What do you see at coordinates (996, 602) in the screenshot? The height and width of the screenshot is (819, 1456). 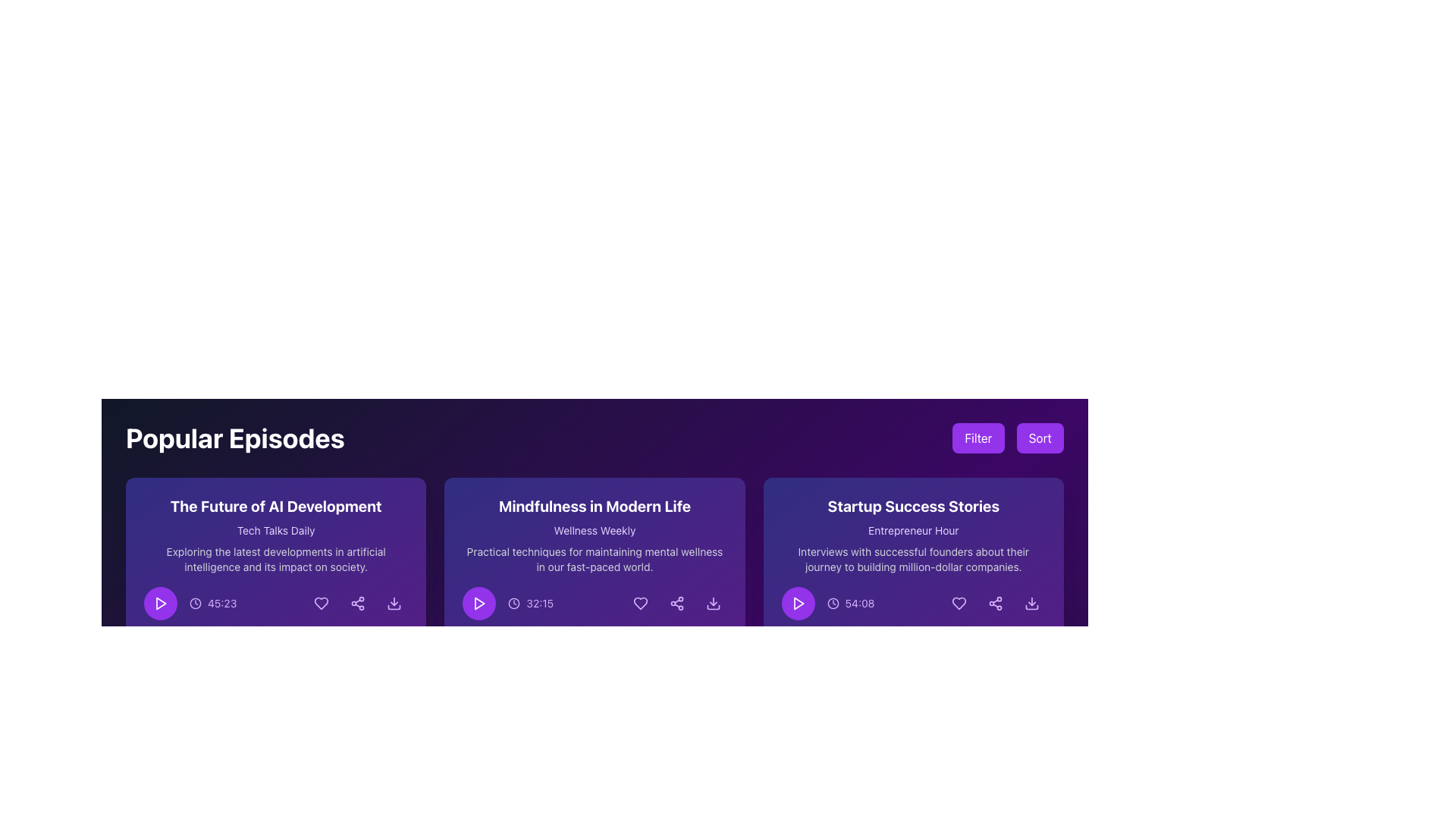 I see `the circular share connectivity pattern icon with a purple color theme located in the bottom right section of the 'Startup Success Stories' card` at bounding box center [996, 602].